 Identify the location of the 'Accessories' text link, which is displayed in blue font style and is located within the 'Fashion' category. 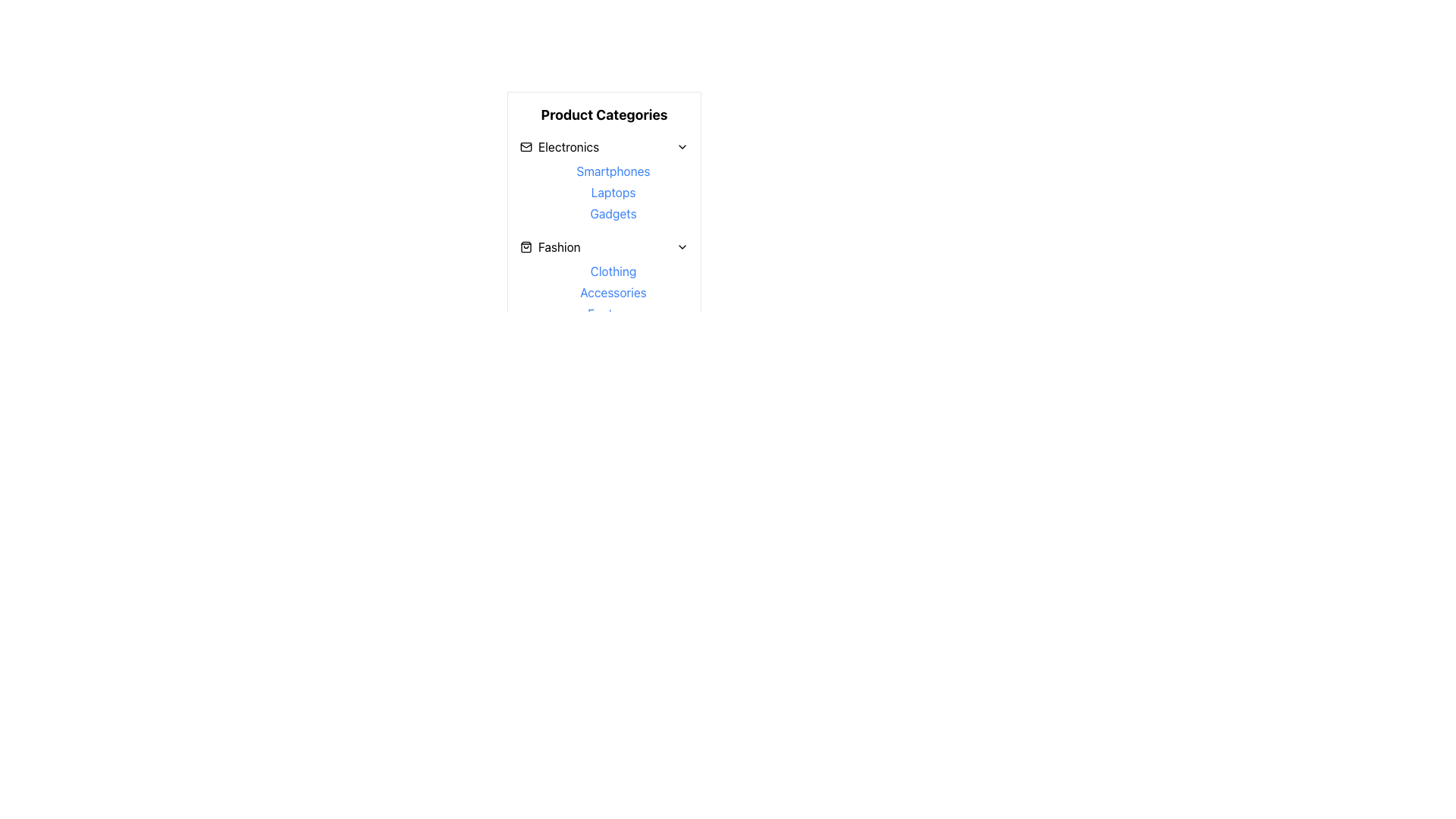
(613, 292).